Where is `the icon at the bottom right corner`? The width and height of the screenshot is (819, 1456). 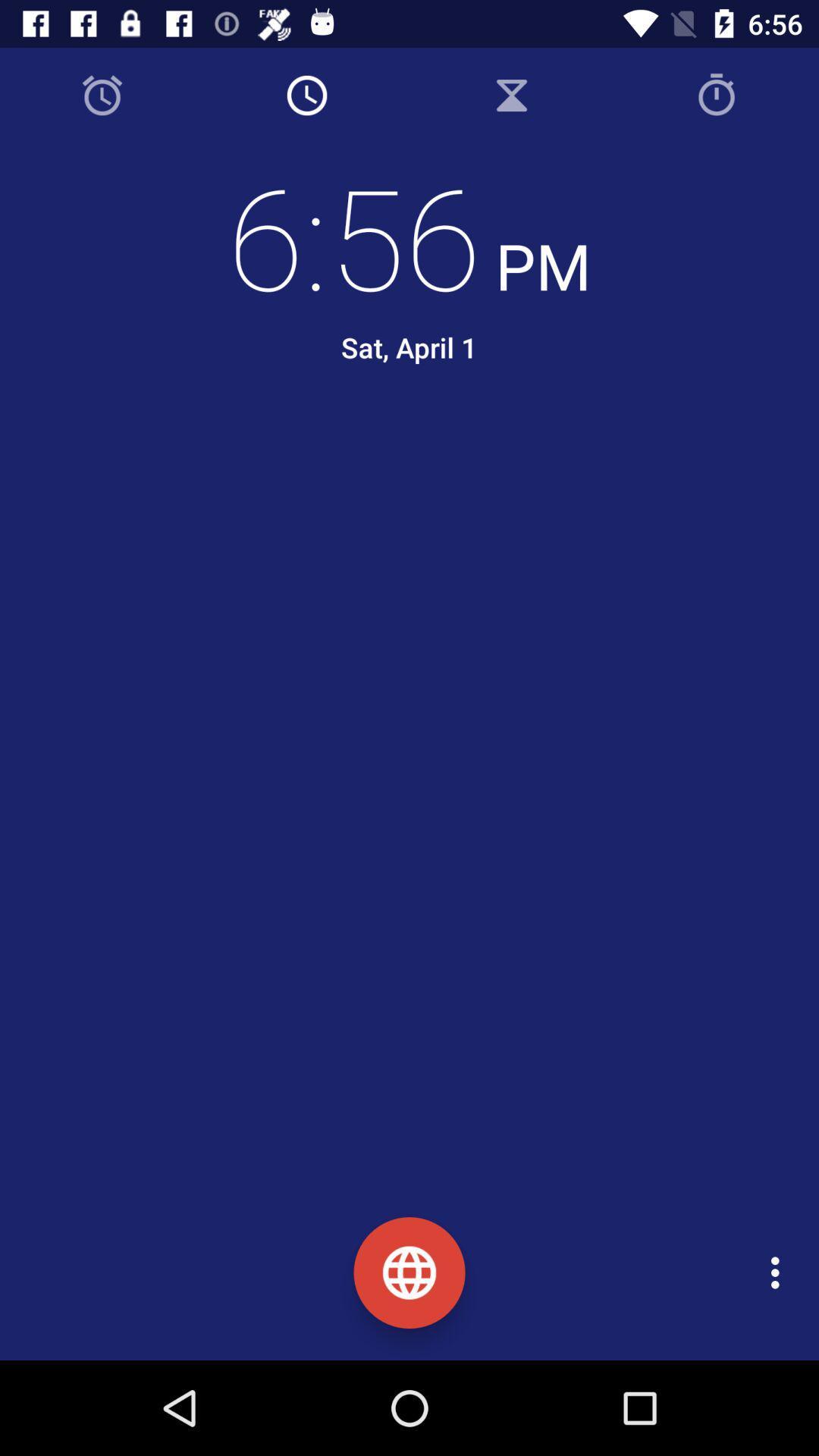 the icon at the bottom right corner is located at coordinates (779, 1272).